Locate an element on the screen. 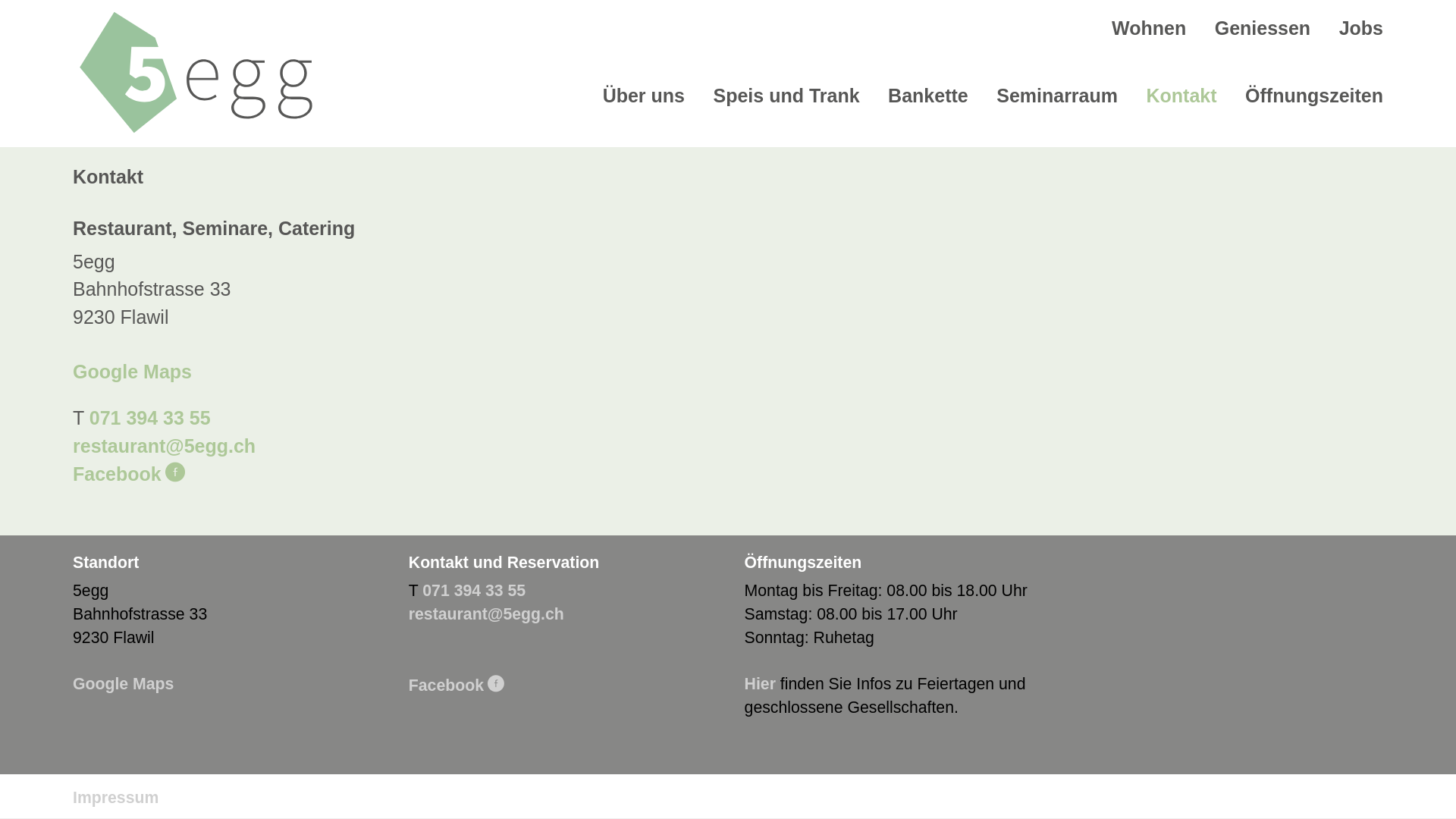  'Impressum' is located at coordinates (72, 797).